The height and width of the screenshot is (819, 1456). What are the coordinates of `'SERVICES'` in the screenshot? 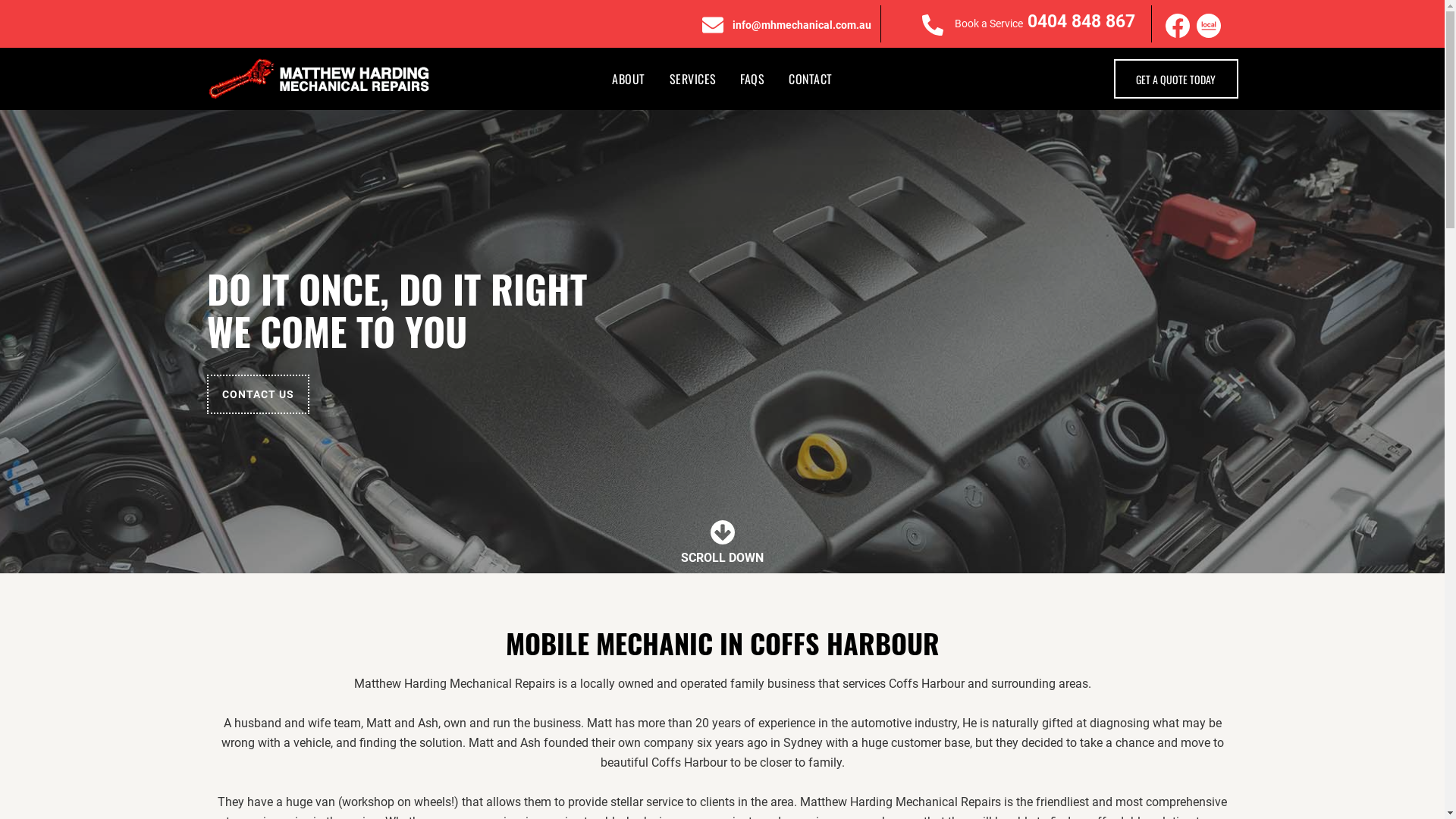 It's located at (692, 79).